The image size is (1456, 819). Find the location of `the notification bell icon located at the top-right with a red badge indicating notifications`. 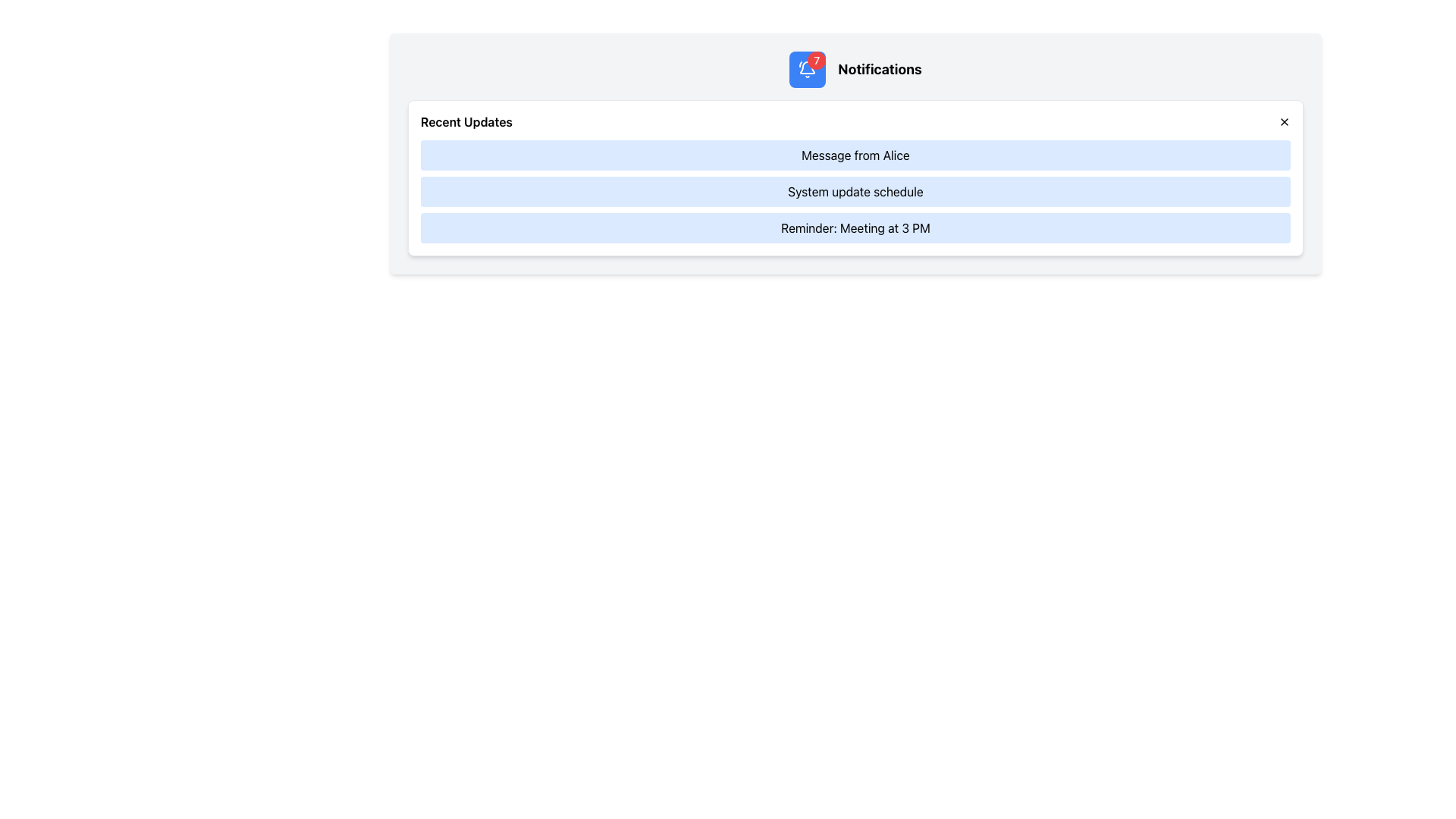

the notification bell icon located at the top-right with a red badge indicating notifications is located at coordinates (807, 70).